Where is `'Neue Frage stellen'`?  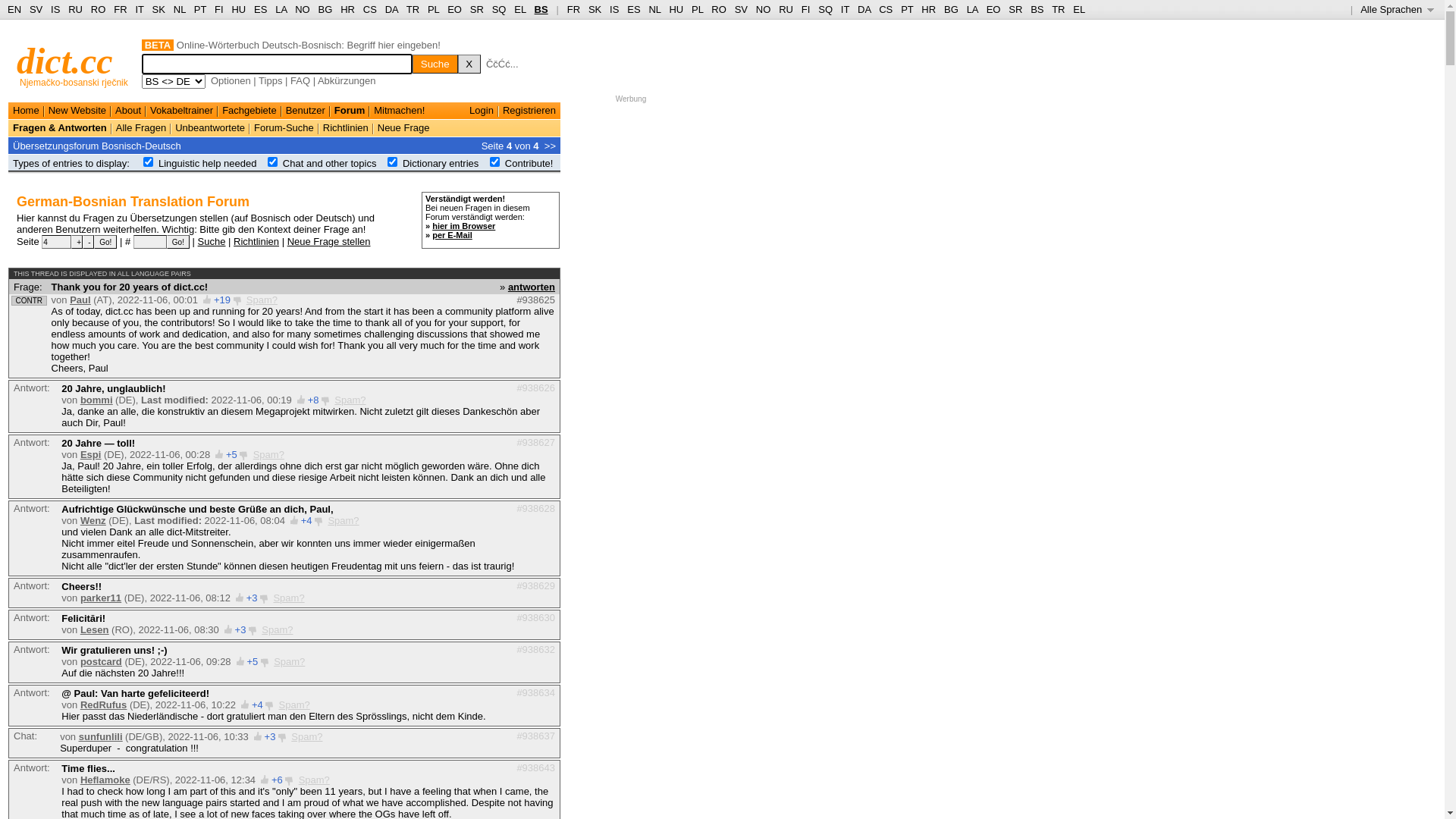 'Neue Frage stellen' is located at coordinates (328, 240).